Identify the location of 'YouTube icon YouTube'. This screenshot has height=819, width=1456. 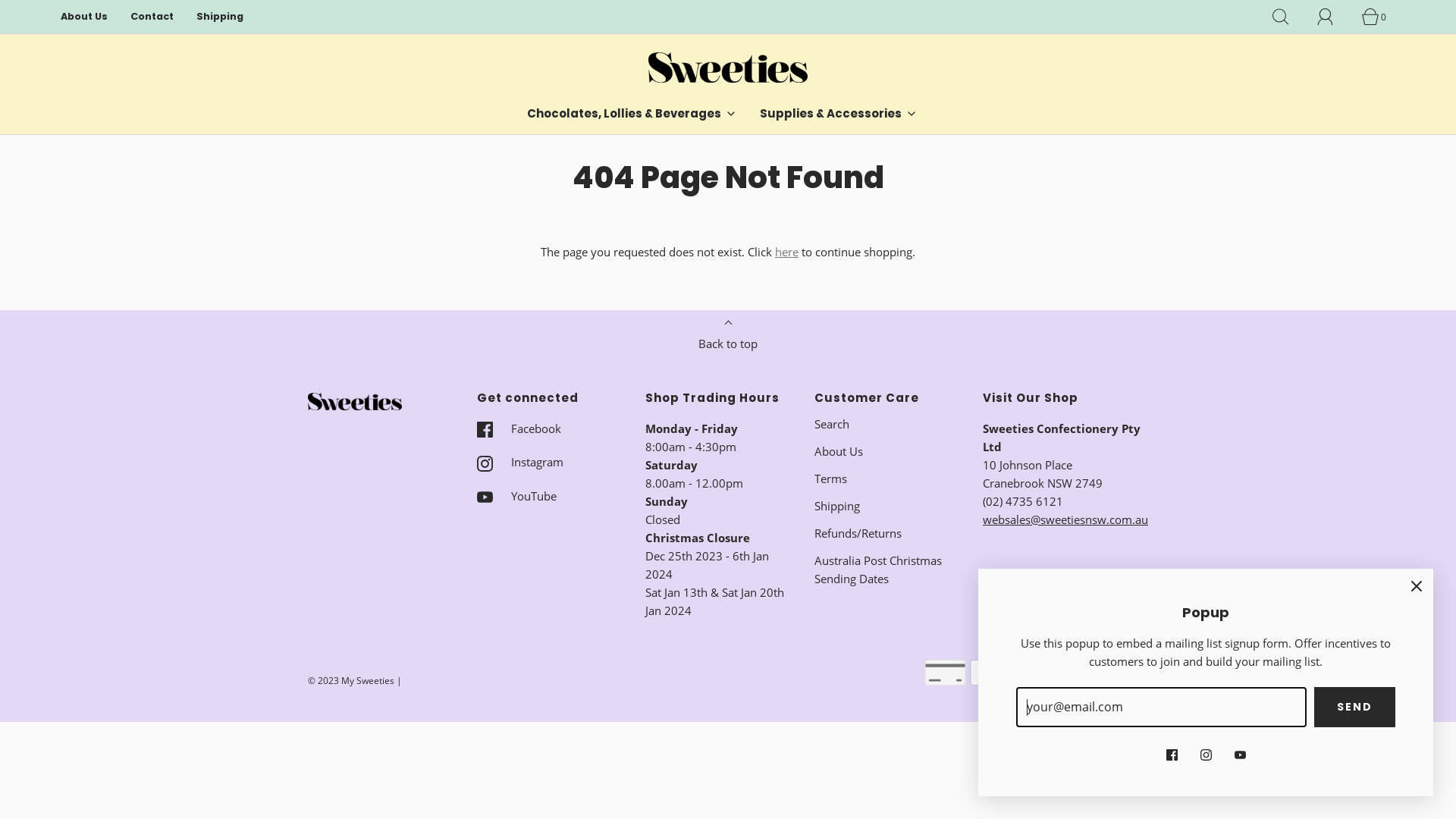
(516, 496).